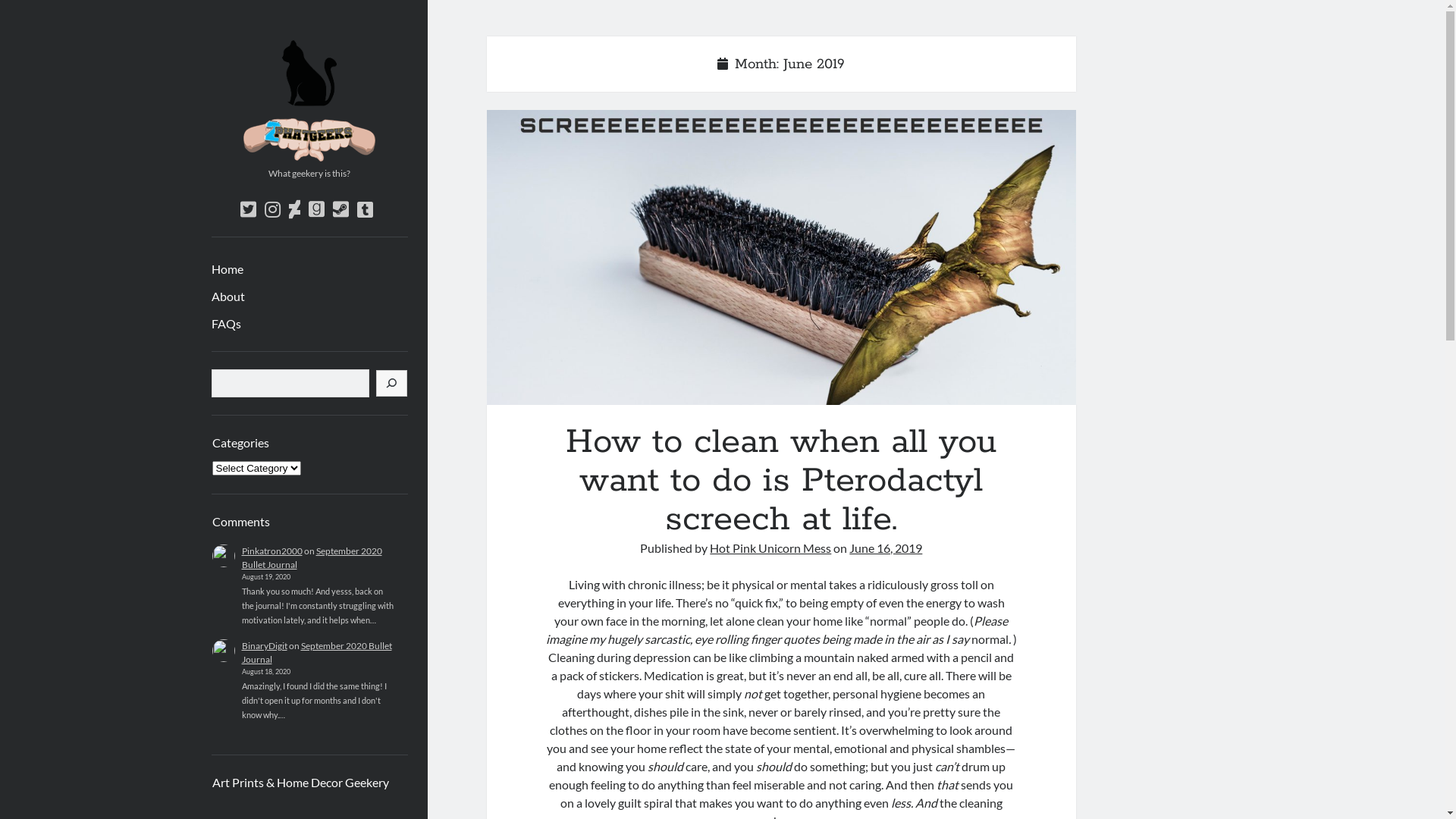 This screenshot has height=819, width=1456. I want to click on 'deviantart', so click(293, 209).